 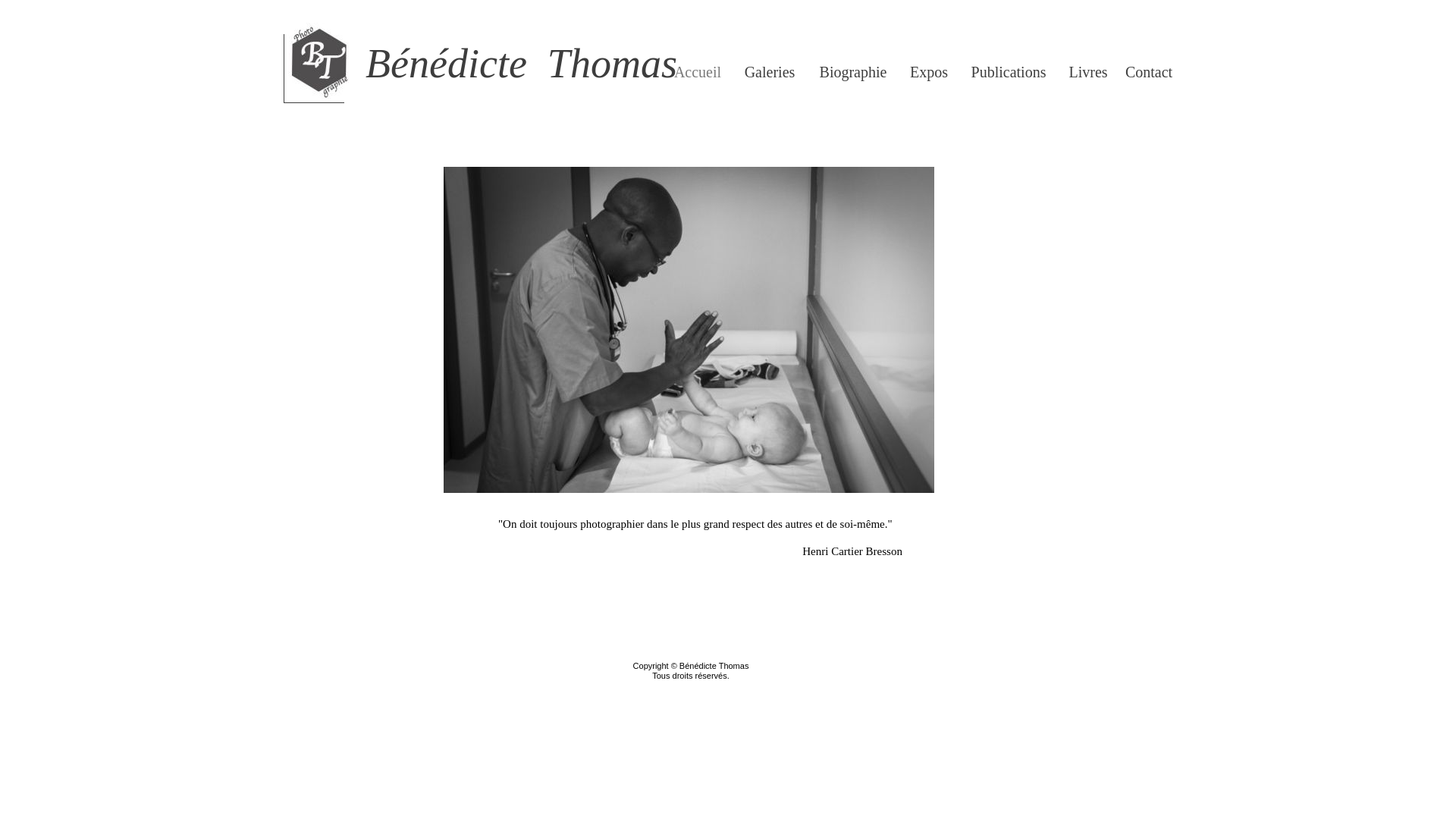 What do you see at coordinates (927, 72) in the screenshot?
I see `'Expos'` at bounding box center [927, 72].